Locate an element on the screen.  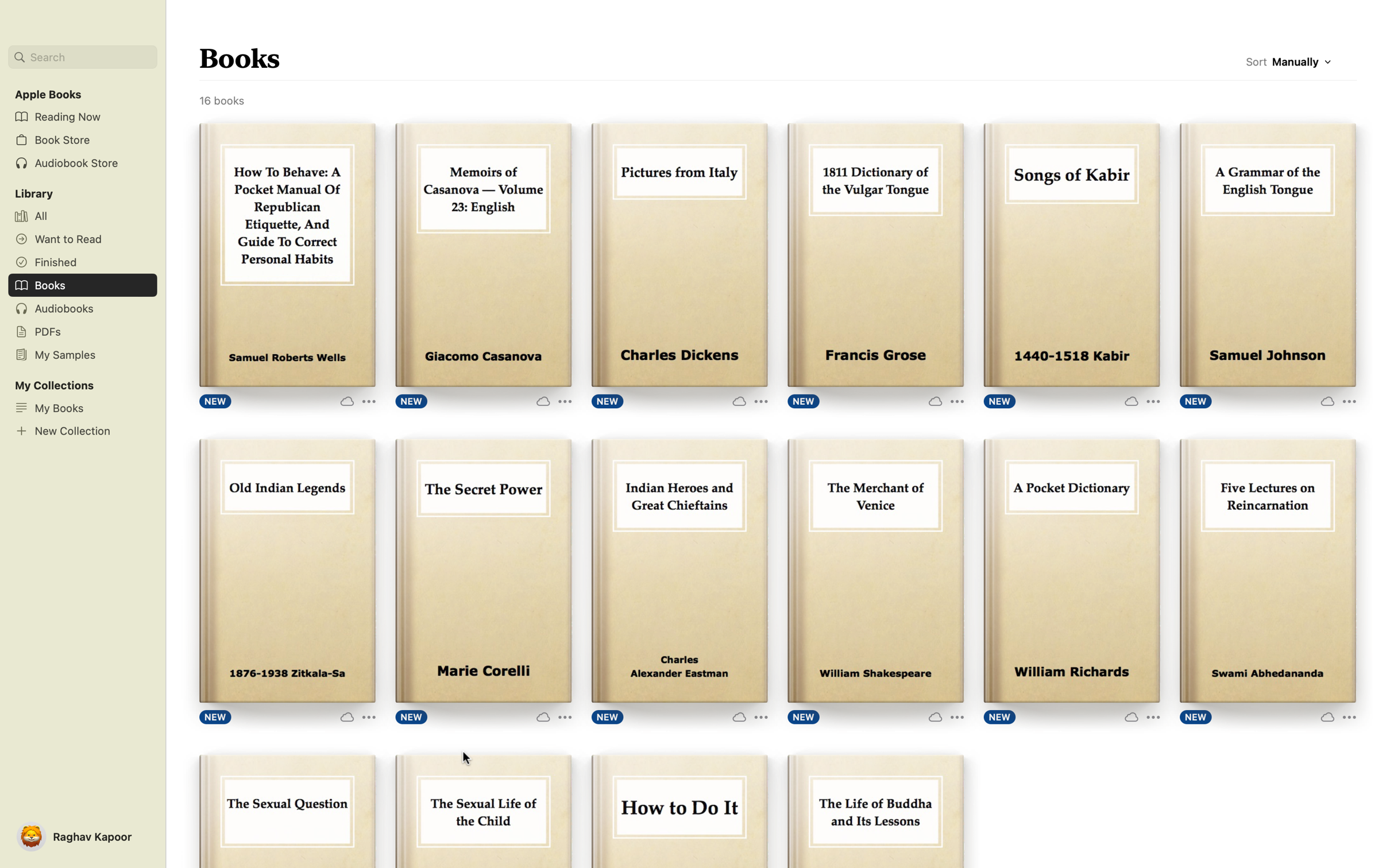
Start reading the "Old Indian Legends" book by clicking on its "Read" button is located at coordinates (286, 572).